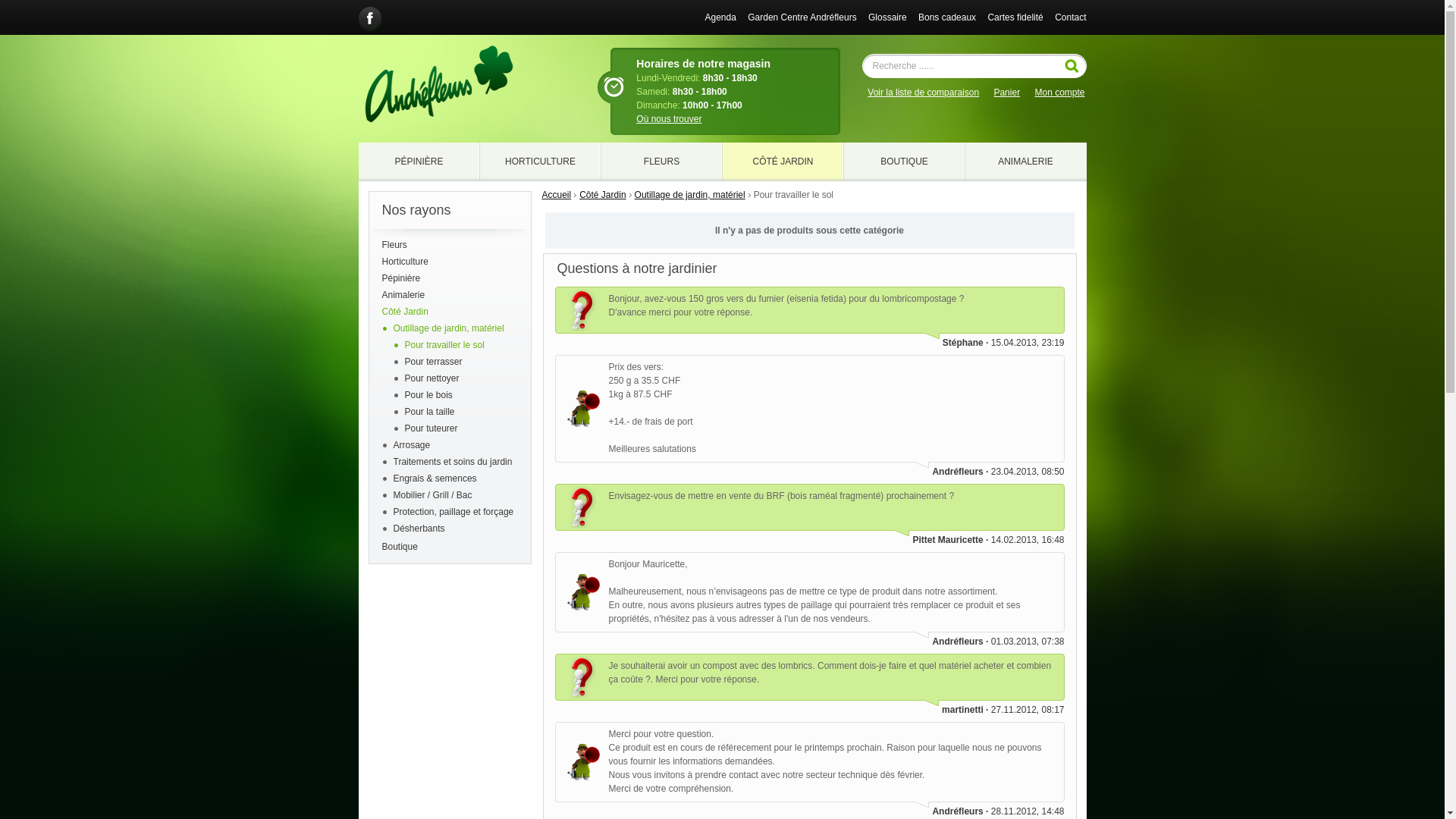 The width and height of the screenshot is (1456, 819). What do you see at coordinates (1033, 93) in the screenshot?
I see `'Mon compte'` at bounding box center [1033, 93].